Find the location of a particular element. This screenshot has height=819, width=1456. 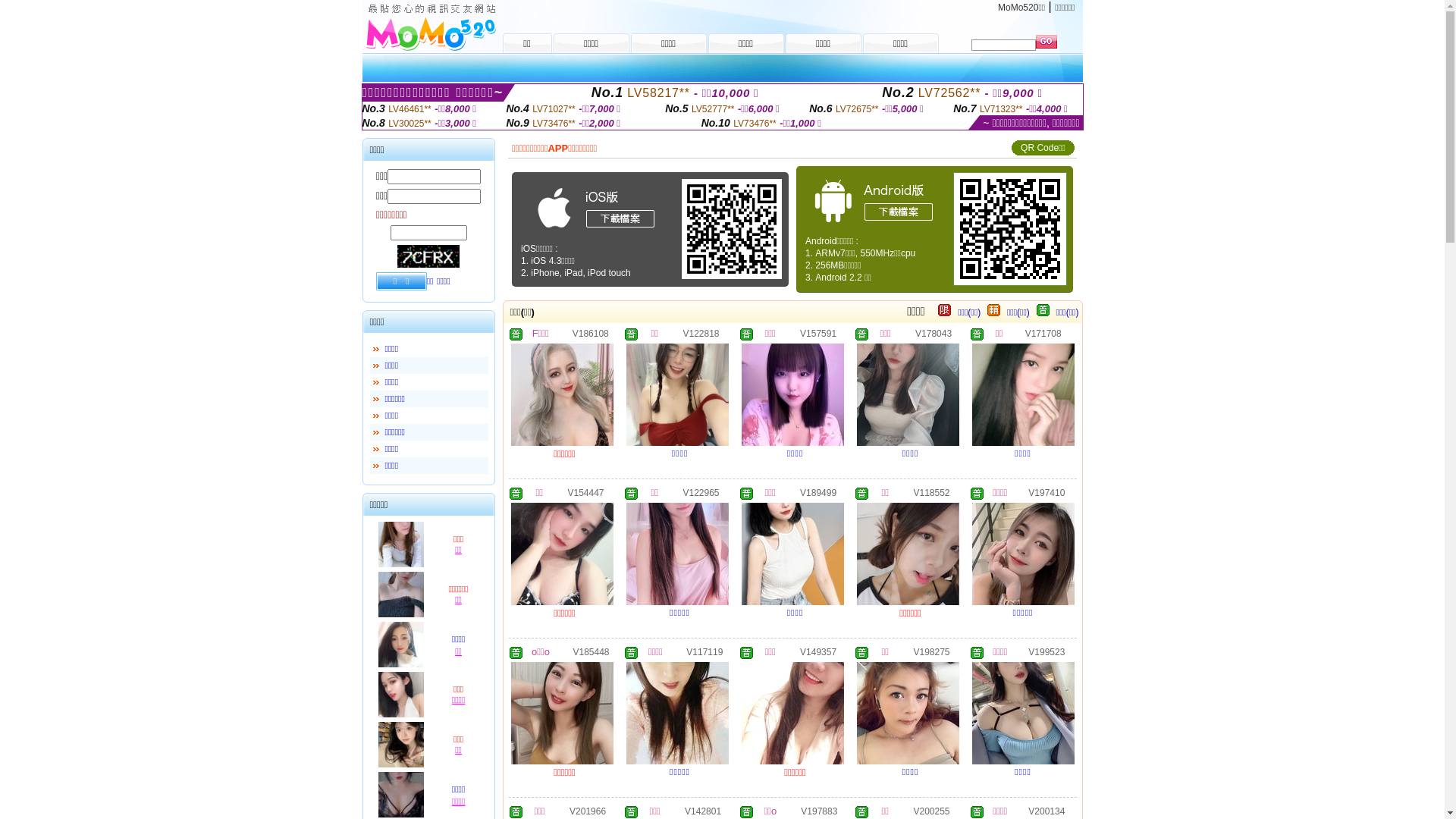

'V149357' is located at coordinates (817, 651).